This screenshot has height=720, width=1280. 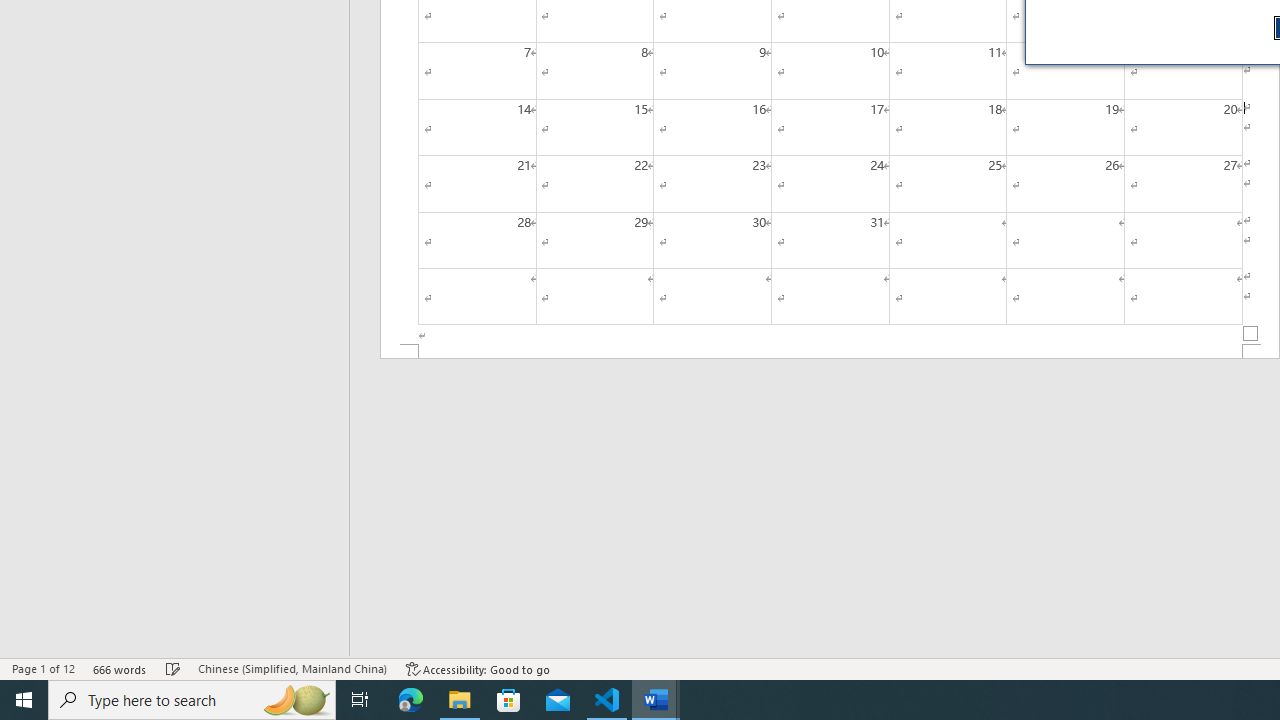 I want to click on 'Word - 2 running windows', so click(x=656, y=698).